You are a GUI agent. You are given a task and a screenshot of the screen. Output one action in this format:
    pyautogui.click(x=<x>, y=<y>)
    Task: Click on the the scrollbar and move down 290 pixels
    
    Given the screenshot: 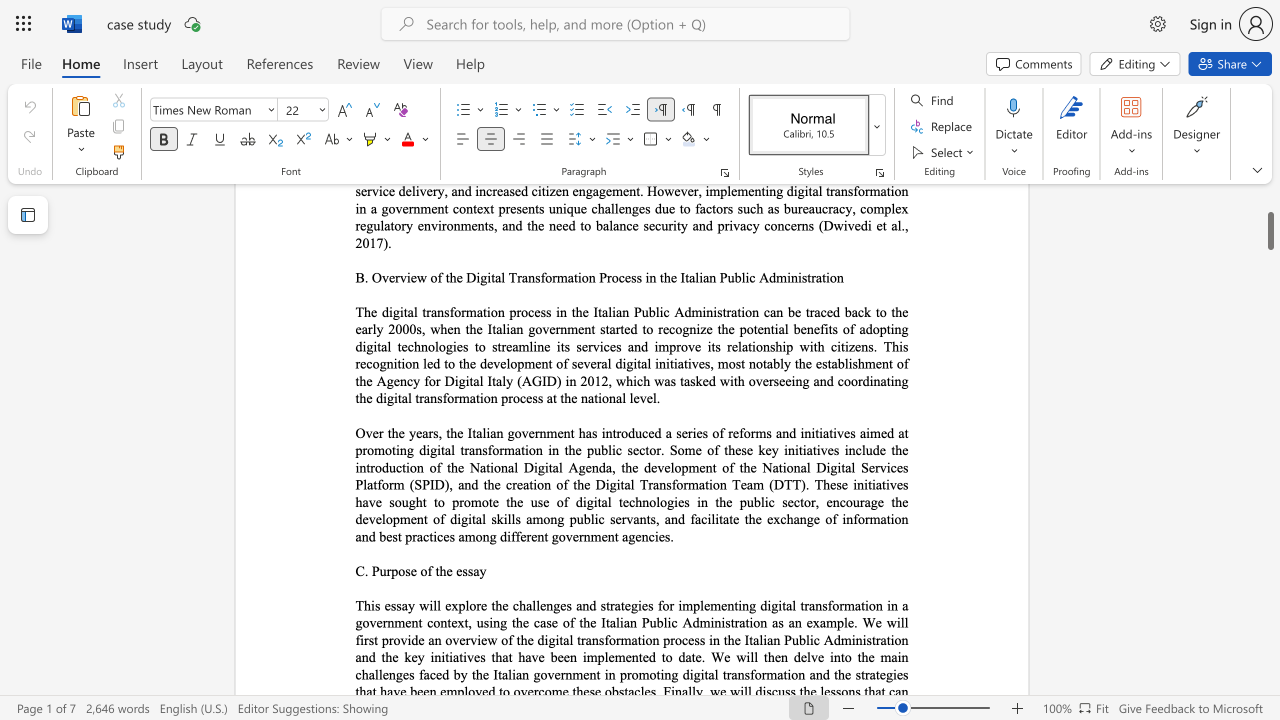 What is the action you would take?
    pyautogui.click(x=1269, y=223)
    